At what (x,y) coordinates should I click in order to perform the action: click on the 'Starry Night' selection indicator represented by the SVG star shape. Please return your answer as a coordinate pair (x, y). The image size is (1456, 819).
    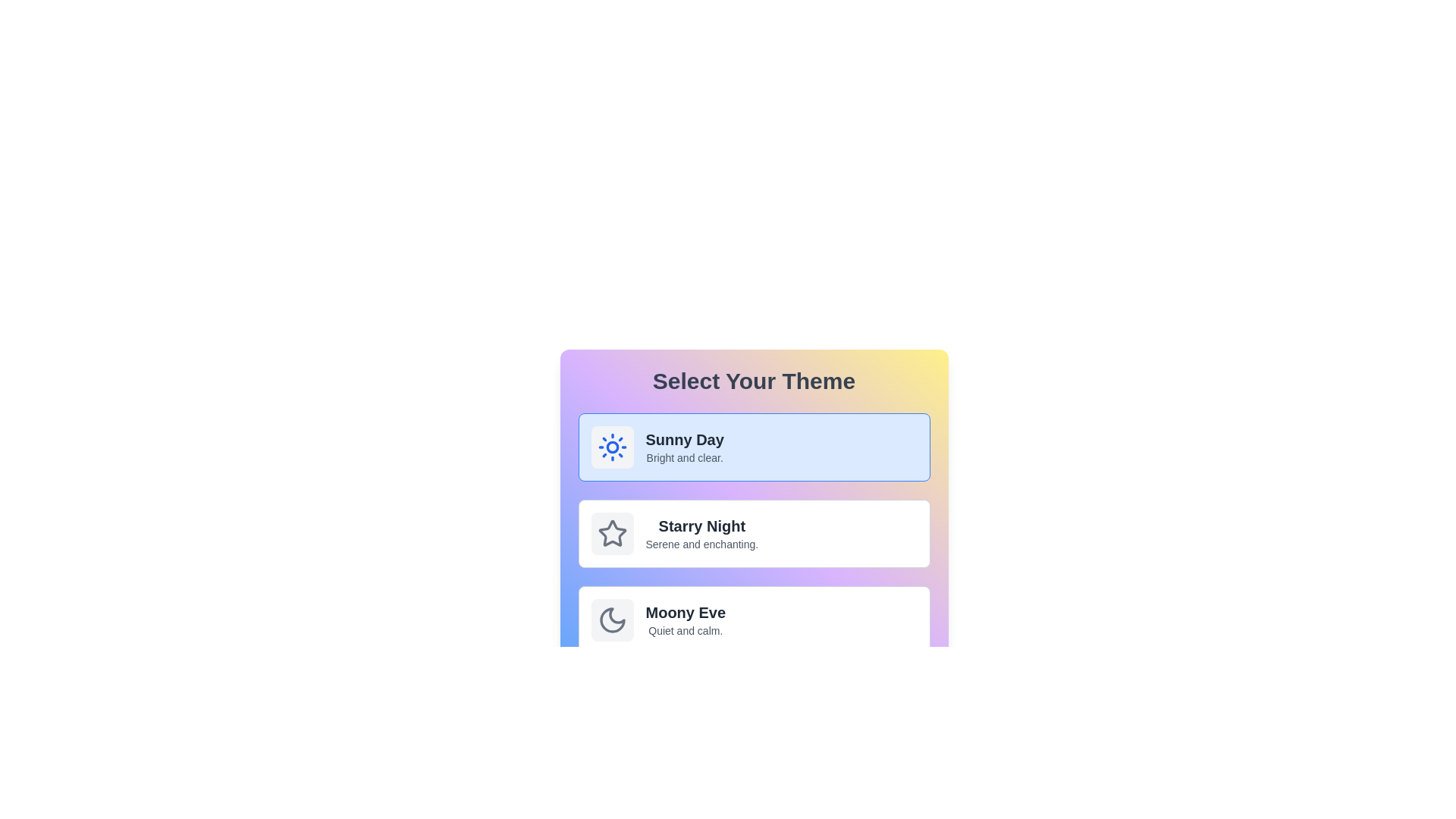
    Looking at the image, I should click on (612, 532).